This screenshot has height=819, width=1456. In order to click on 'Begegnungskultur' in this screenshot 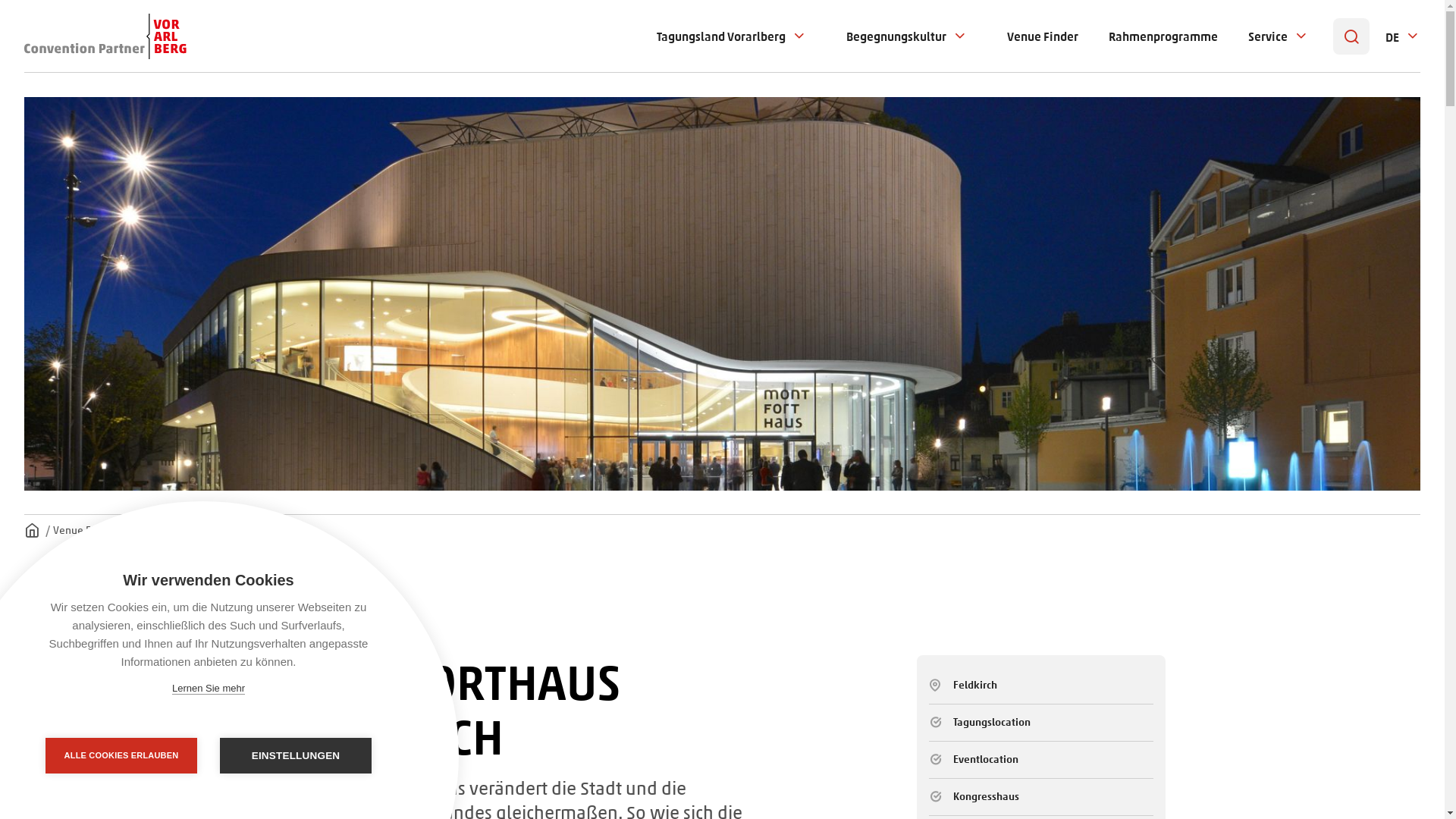, I will do `click(896, 35)`.